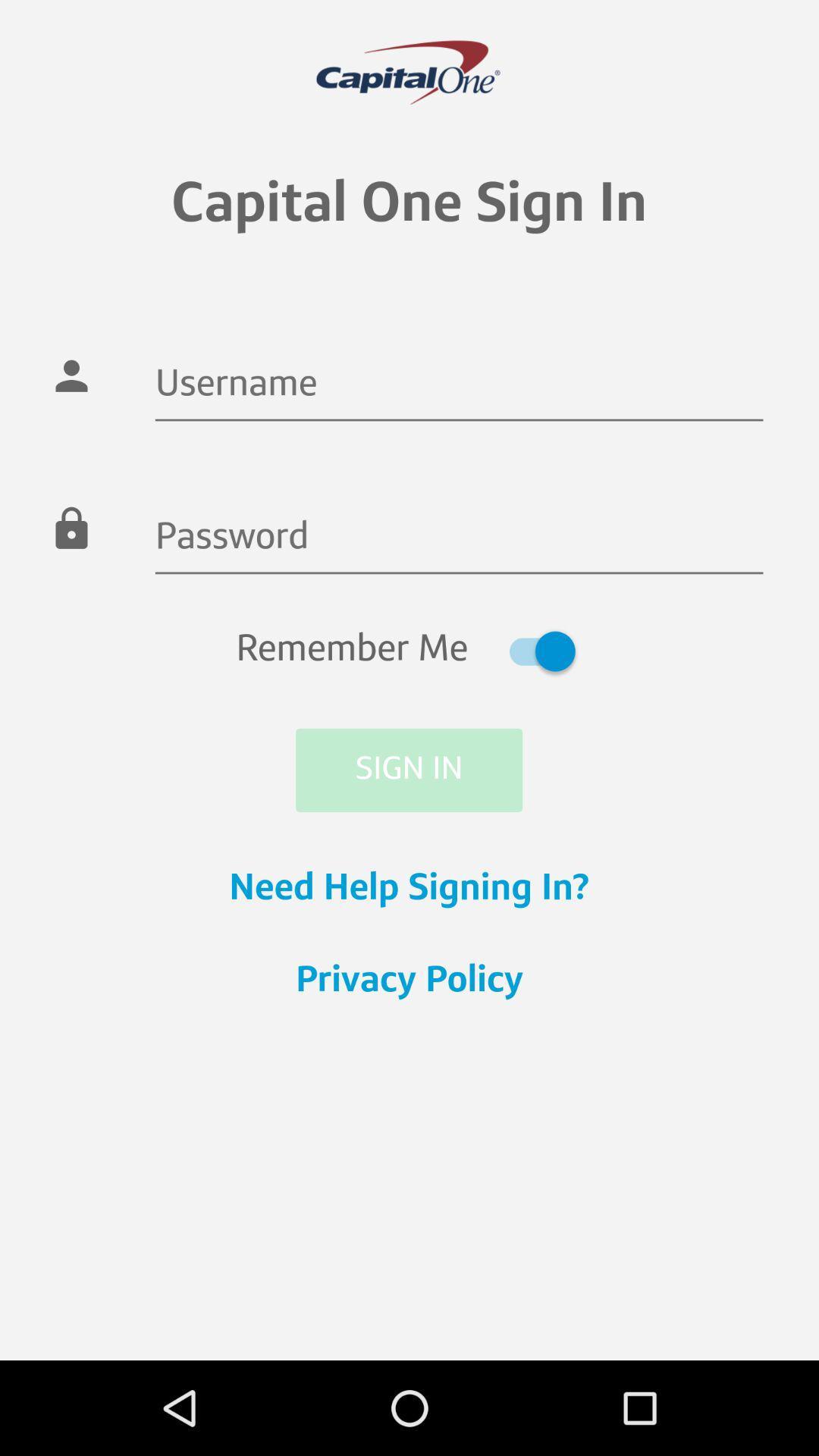 The width and height of the screenshot is (819, 1456). I want to click on the icon below sign in icon, so click(409, 890).